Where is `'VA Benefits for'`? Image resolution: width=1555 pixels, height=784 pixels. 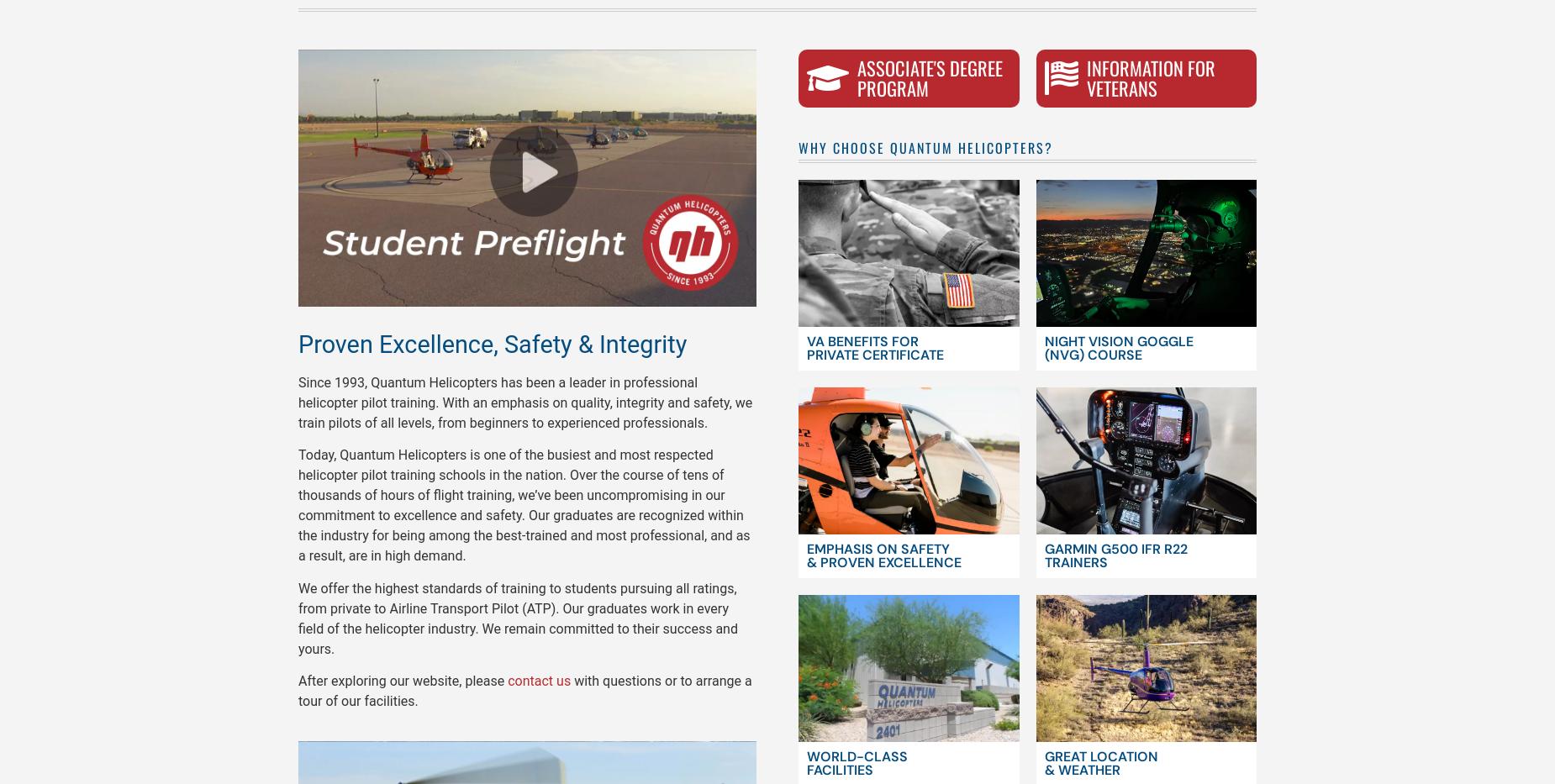 'VA Benefits for' is located at coordinates (805, 341).